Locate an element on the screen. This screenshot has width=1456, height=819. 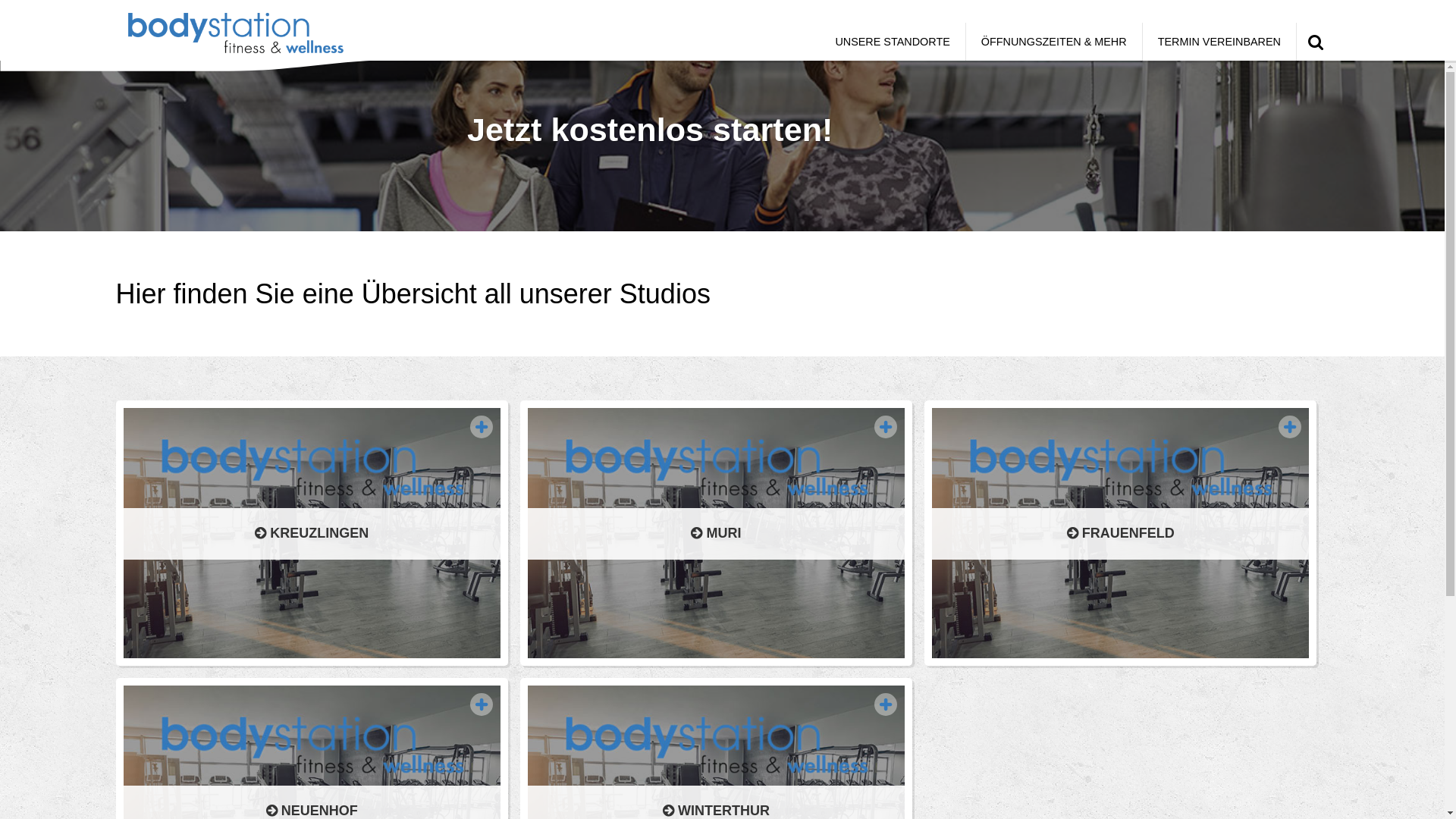
'TERMIN VEREINBAREN' is located at coordinates (1219, 40).